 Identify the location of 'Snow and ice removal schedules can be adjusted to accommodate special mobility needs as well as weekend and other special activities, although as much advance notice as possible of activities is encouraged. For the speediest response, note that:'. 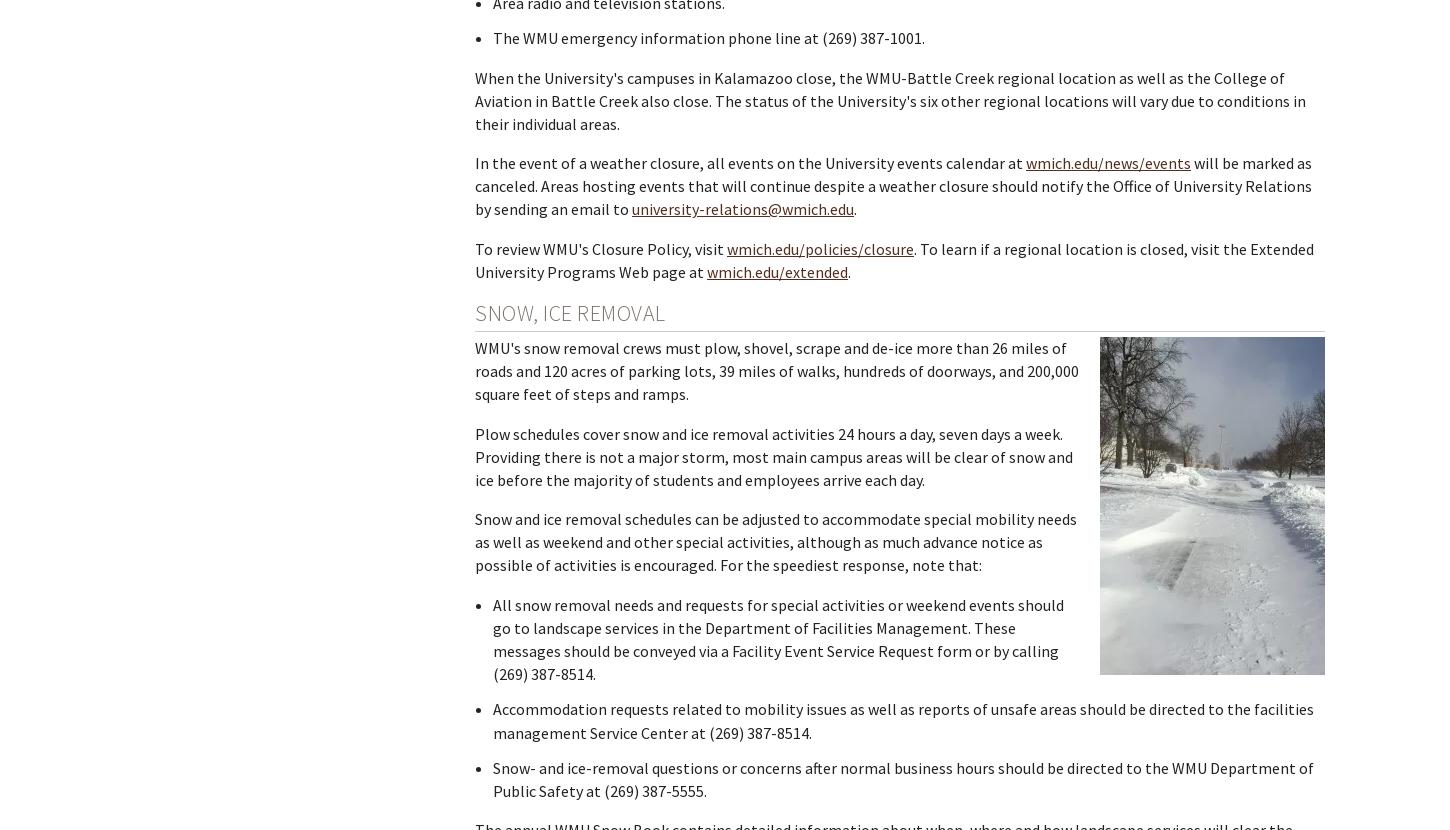
(474, 540).